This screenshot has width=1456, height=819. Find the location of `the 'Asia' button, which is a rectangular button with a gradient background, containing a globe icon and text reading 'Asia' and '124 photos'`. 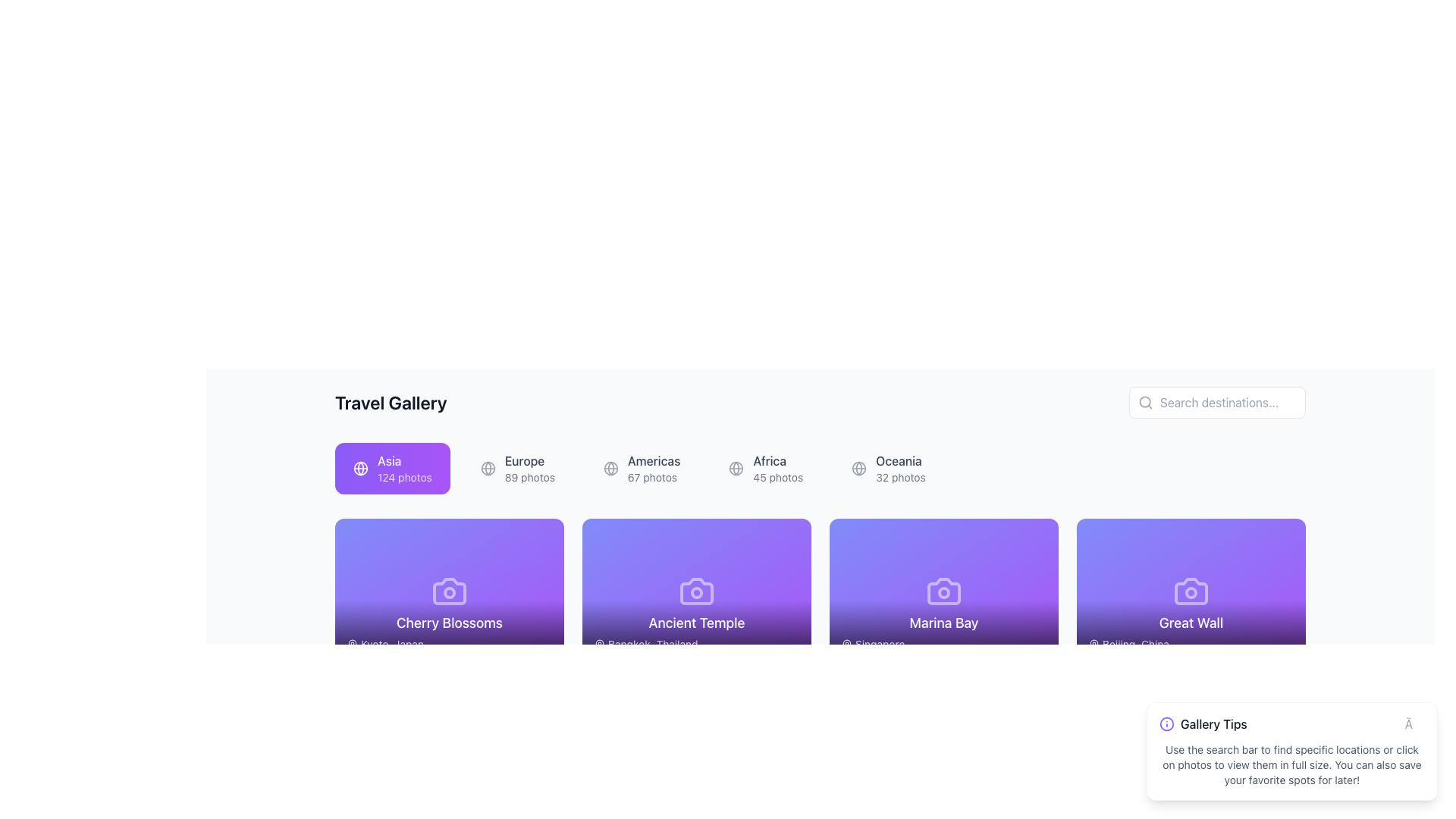

the 'Asia' button, which is a rectangular button with a gradient background, containing a globe icon and text reading 'Asia' and '124 photos' is located at coordinates (392, 467).